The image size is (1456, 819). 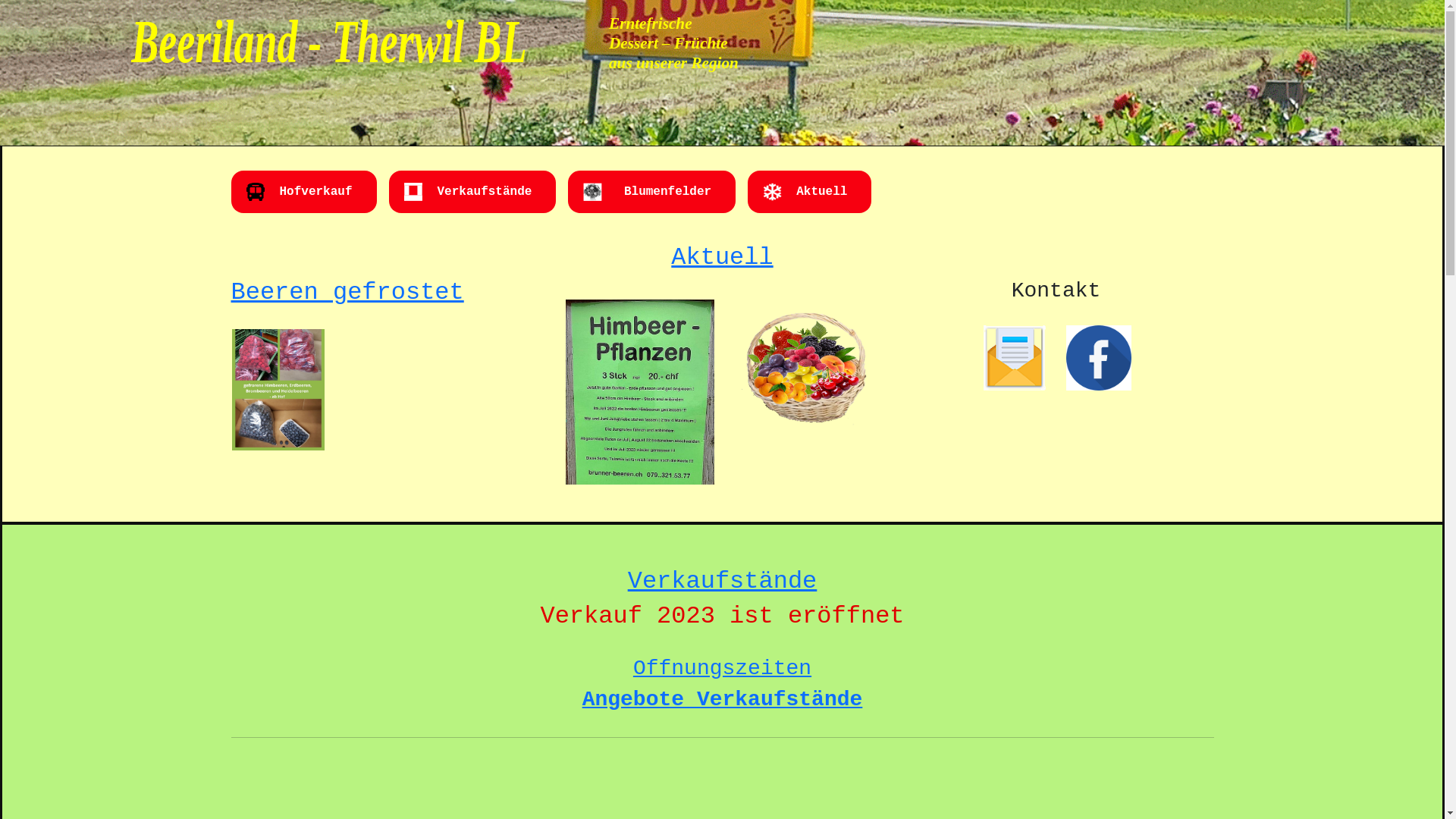 I want to click on ' Blumenfelder', so click(x=616, y=191).